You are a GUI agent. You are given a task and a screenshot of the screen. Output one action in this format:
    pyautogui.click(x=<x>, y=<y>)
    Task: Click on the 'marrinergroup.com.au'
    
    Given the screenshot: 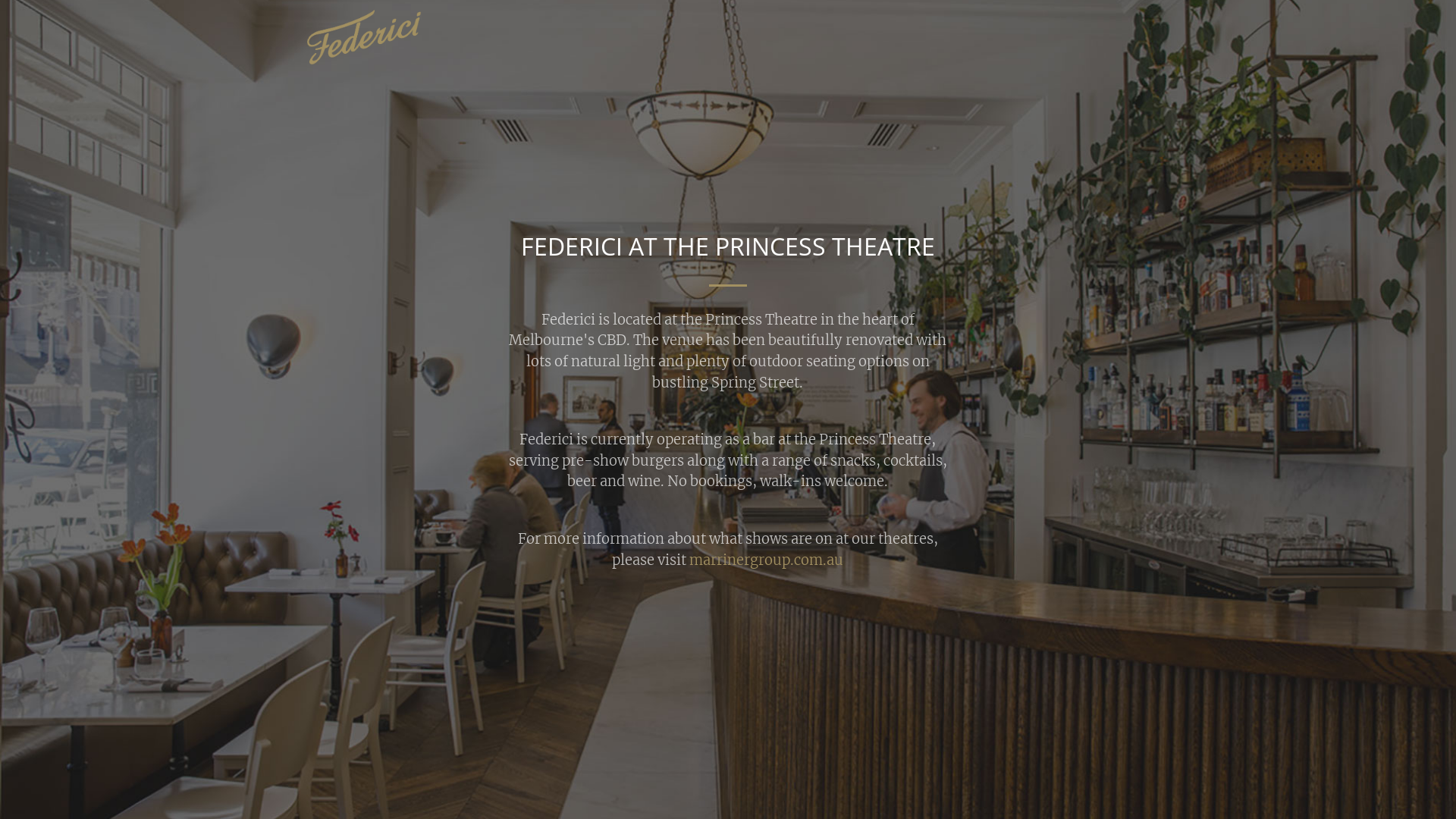 What is the action you would take?
    pyautogui.click(x=688, y=560)
    